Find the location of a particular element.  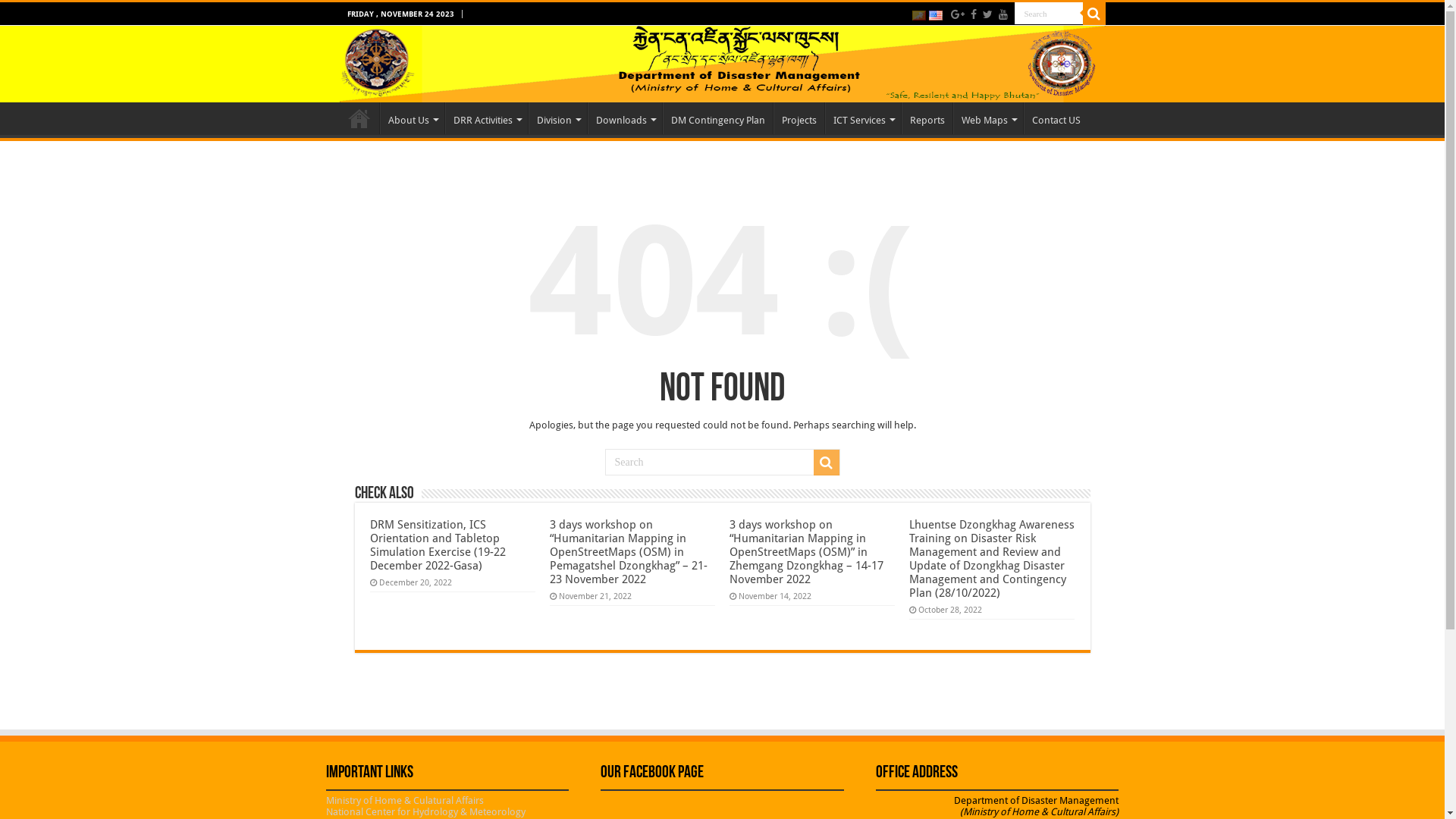

'Web Maps' is located at coordinates (987, 117).